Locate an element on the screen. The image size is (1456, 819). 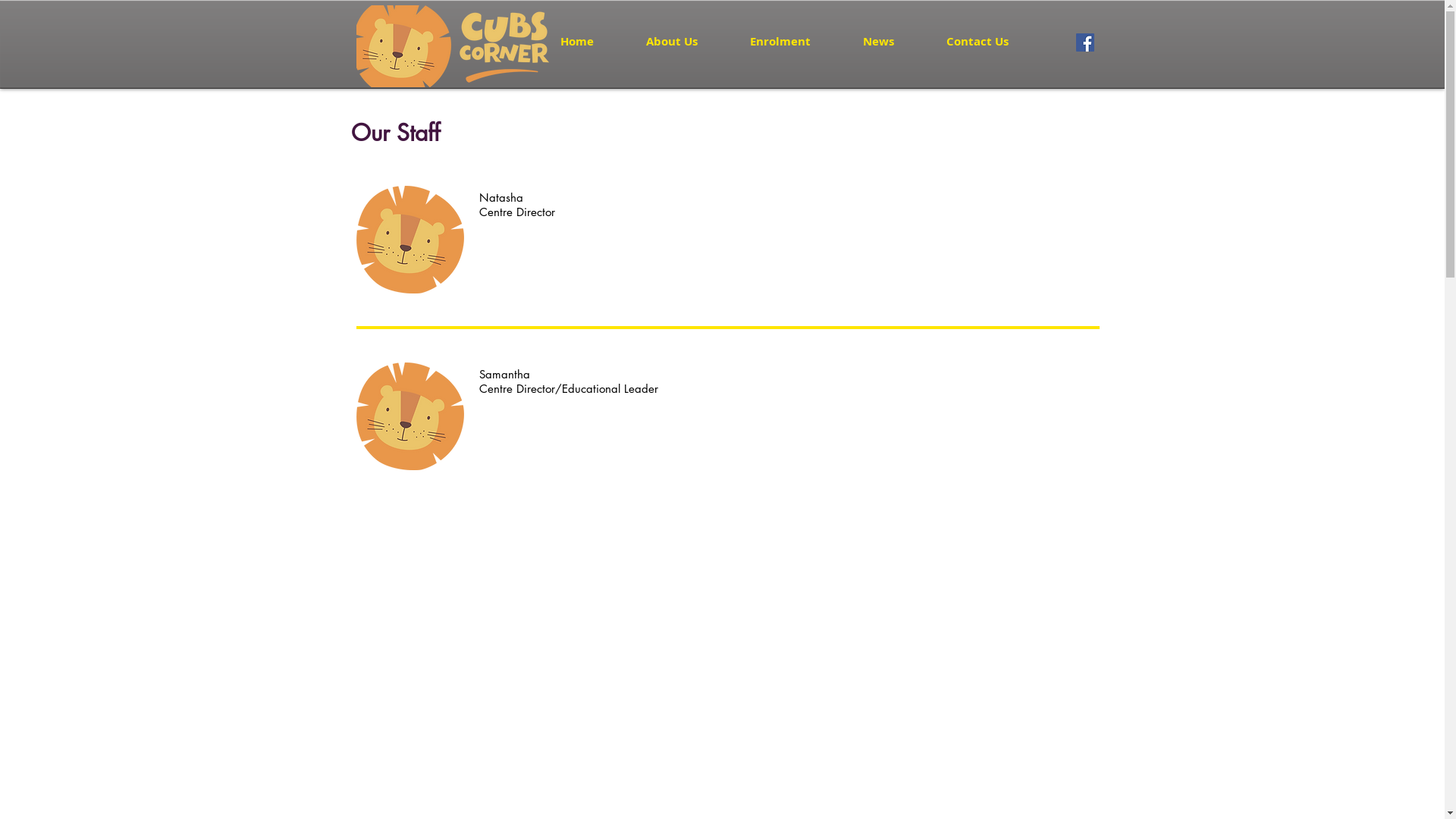
'Contact Us' is located at coordinates (991, 40).